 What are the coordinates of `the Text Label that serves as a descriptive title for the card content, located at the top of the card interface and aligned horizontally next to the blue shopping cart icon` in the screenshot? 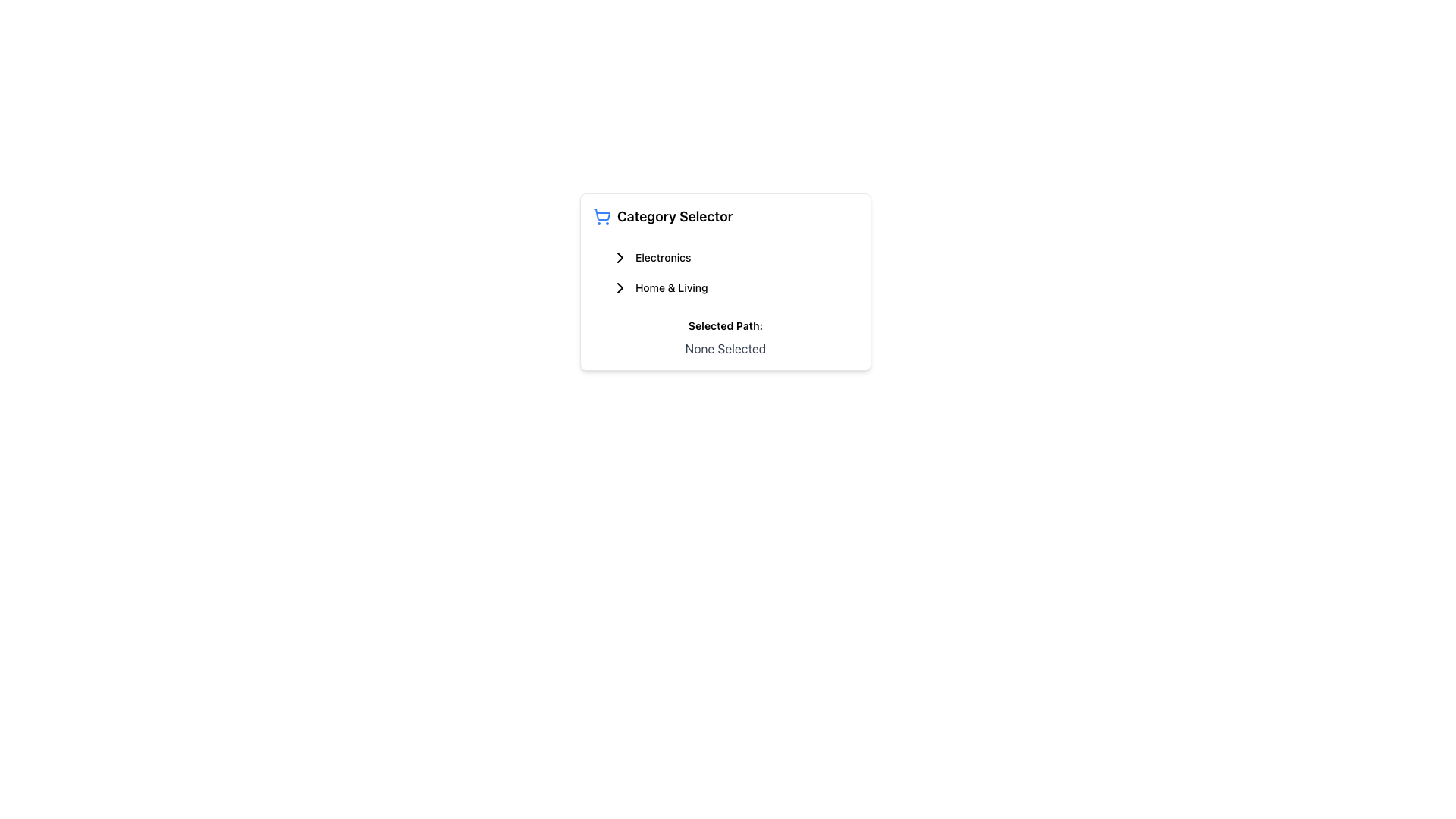 It's located at (674, 216).